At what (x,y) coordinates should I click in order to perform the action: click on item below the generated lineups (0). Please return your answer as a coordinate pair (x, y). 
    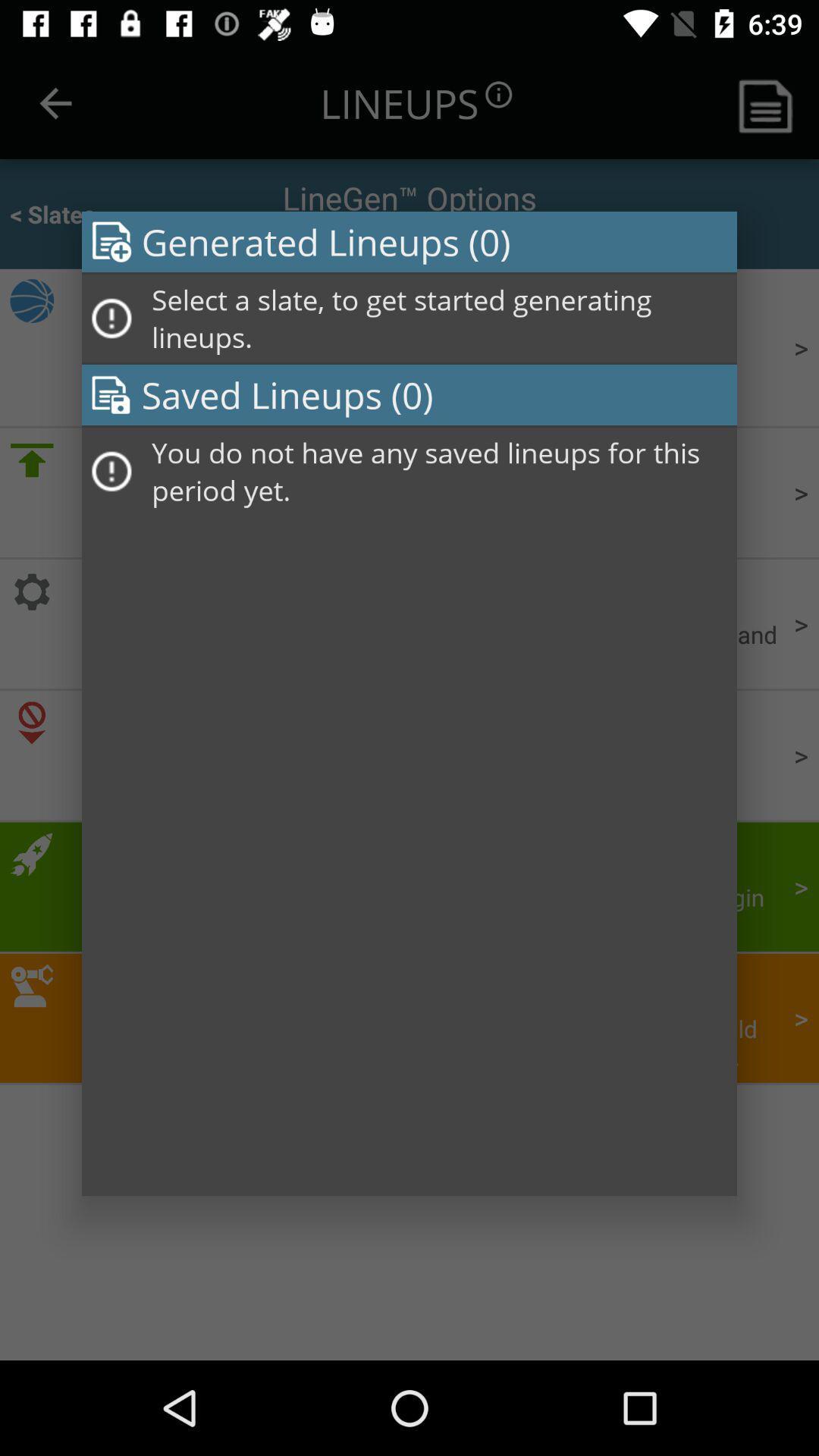
    Looking at the image, I should click on (439, 318).